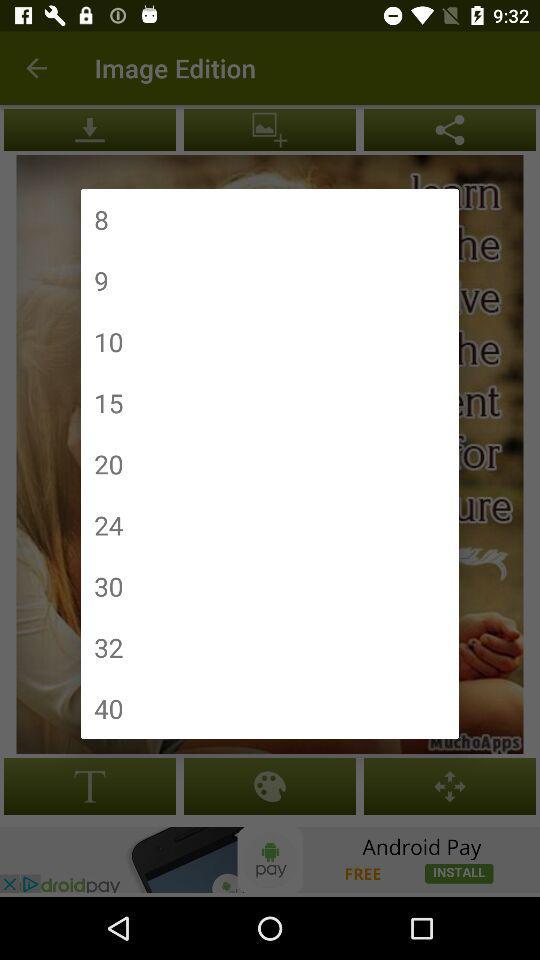 The width and height of the screenshot is (540, 960). I want to click on 10, so click(108, 341).